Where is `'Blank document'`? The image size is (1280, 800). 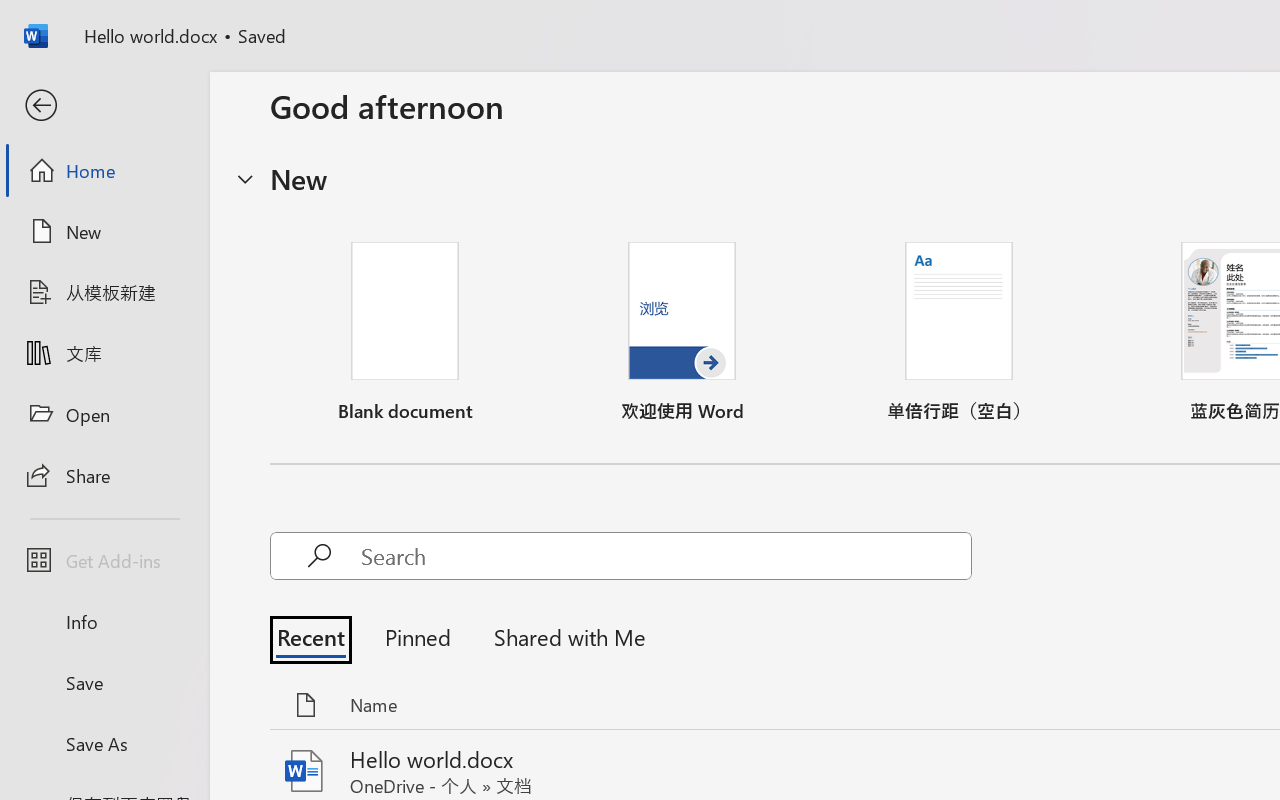
'Blank document' is located at coordinates (404, 331).